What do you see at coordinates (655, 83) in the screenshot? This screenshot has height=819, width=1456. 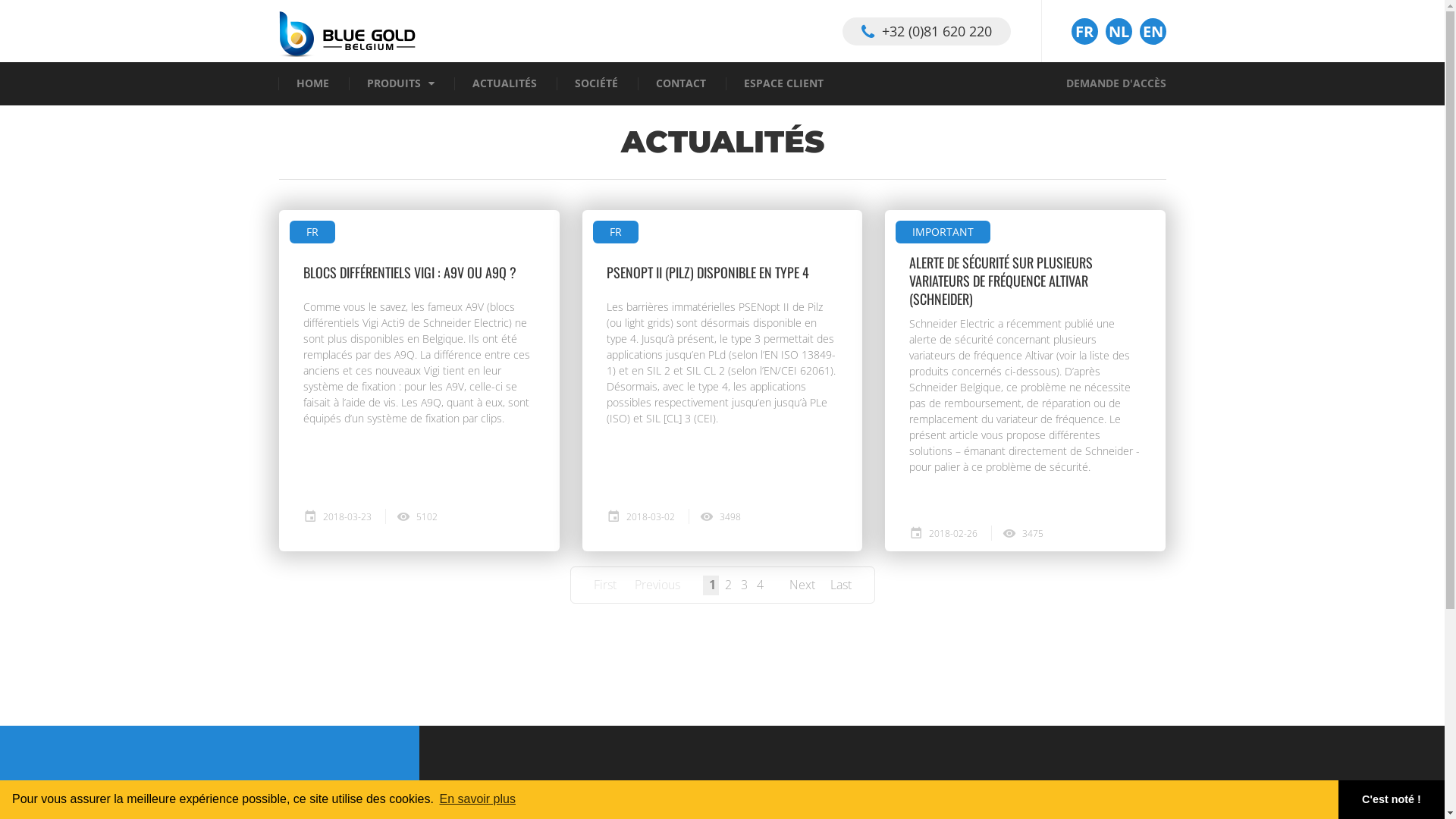 I see `'CONTACT'` at bounding box center [655, 83].